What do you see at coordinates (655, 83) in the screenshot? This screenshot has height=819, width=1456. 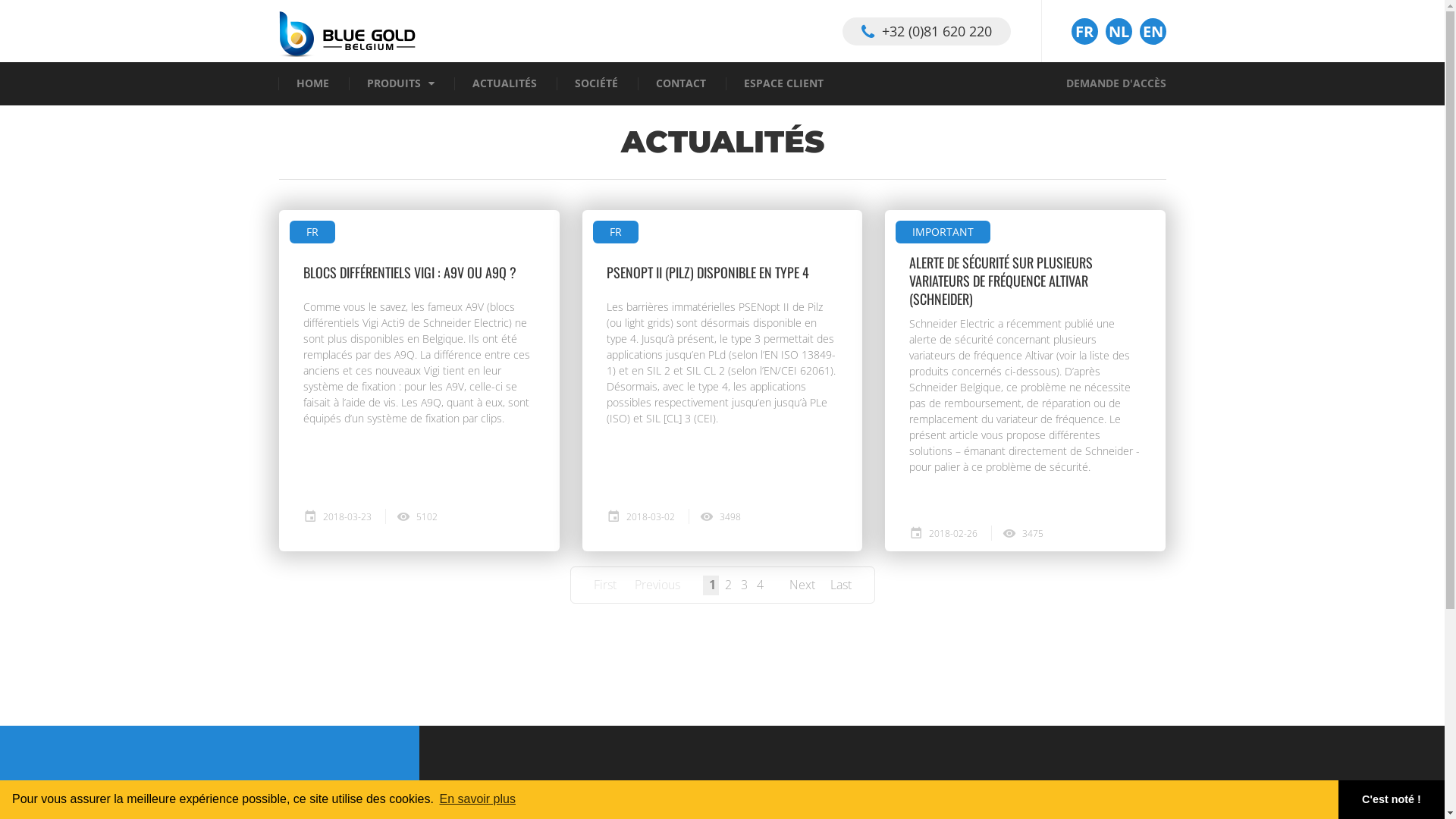 I see `'CONTACT'` at bounding box center [655, 83].